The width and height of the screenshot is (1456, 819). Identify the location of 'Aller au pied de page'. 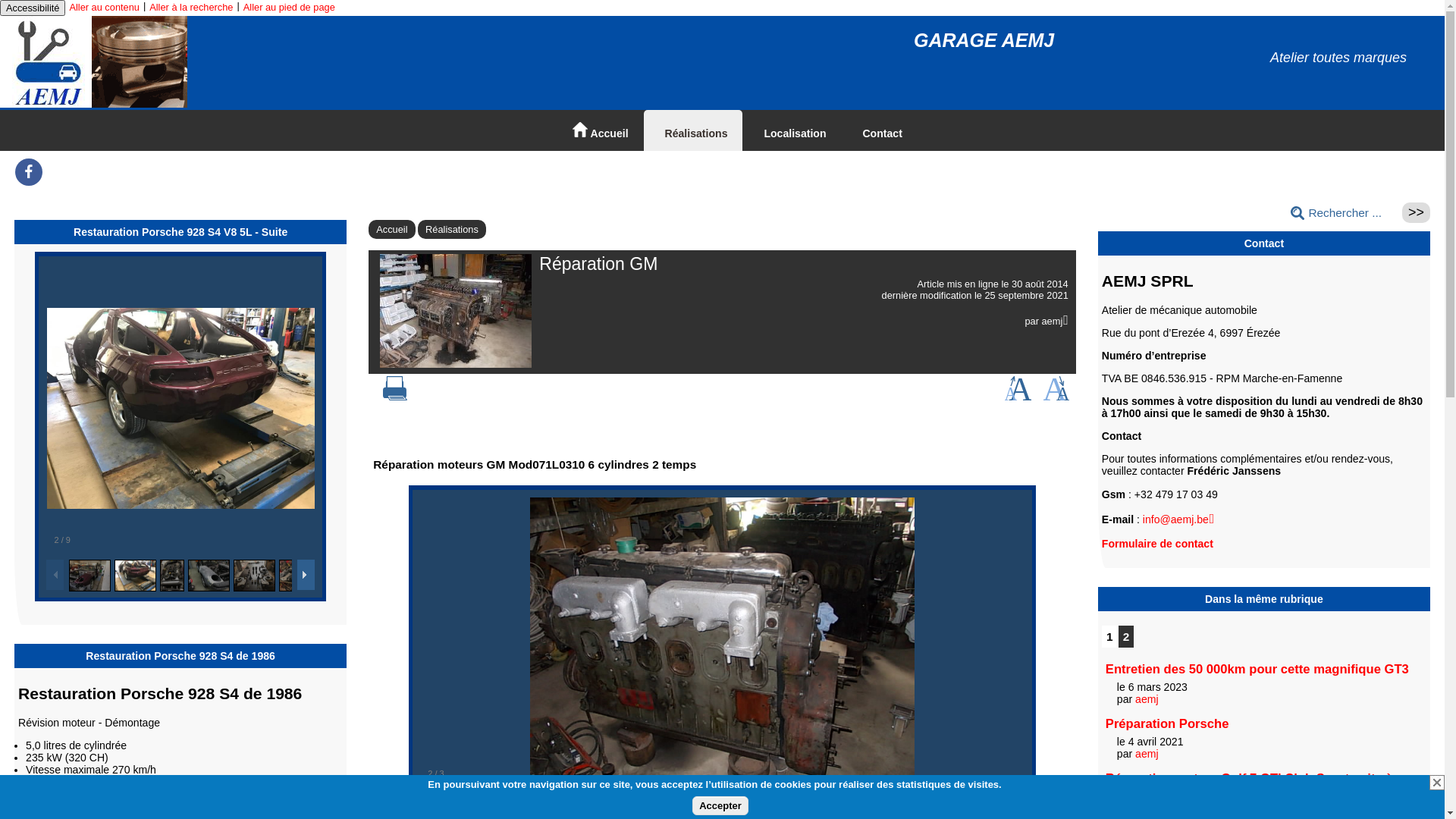
(243, 7).